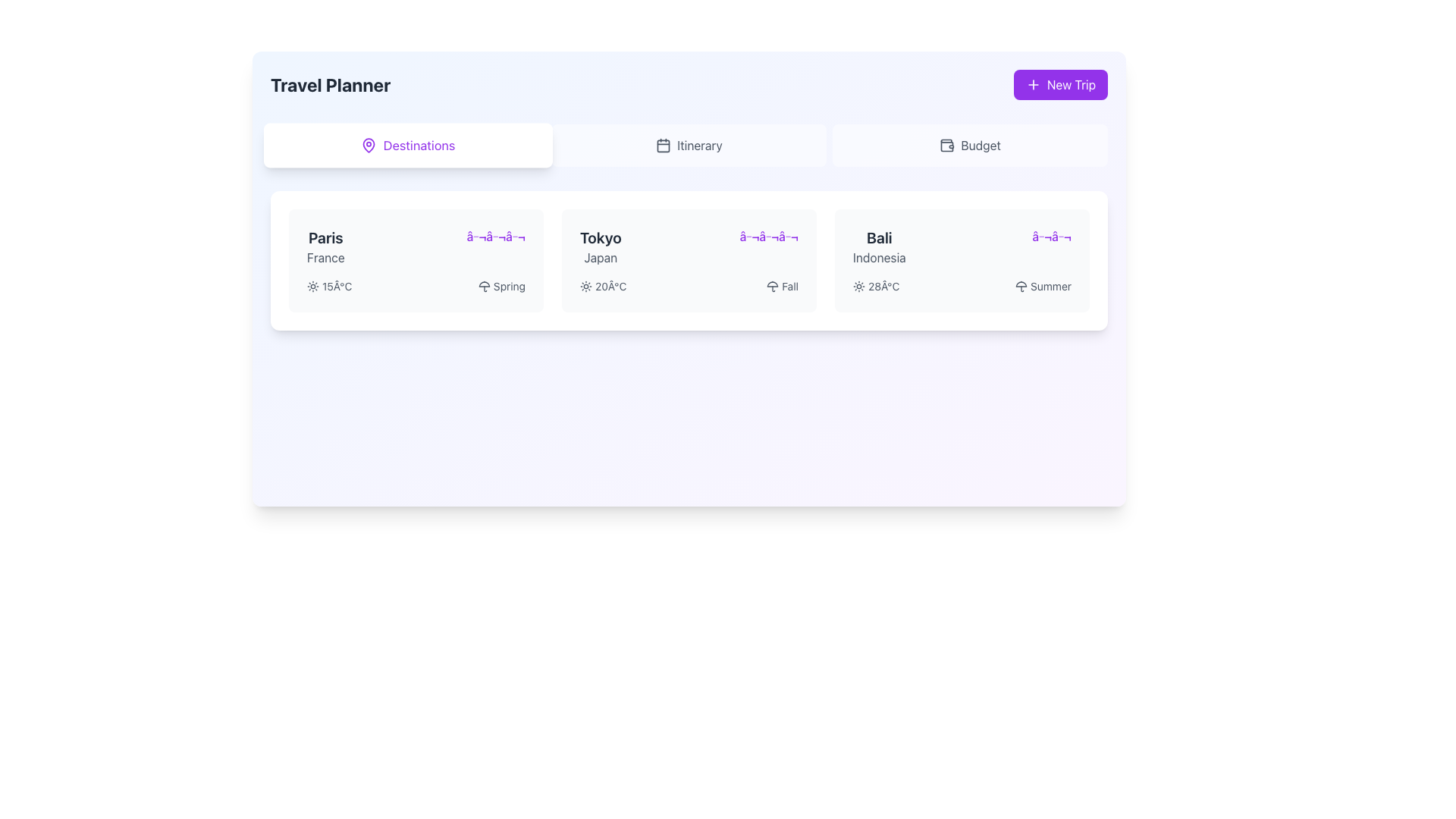  I want to click on the Text Label located within the button on the upper-right section of the interface, which indicates navigation to a 'Budget'-related view, so click(981, 146).